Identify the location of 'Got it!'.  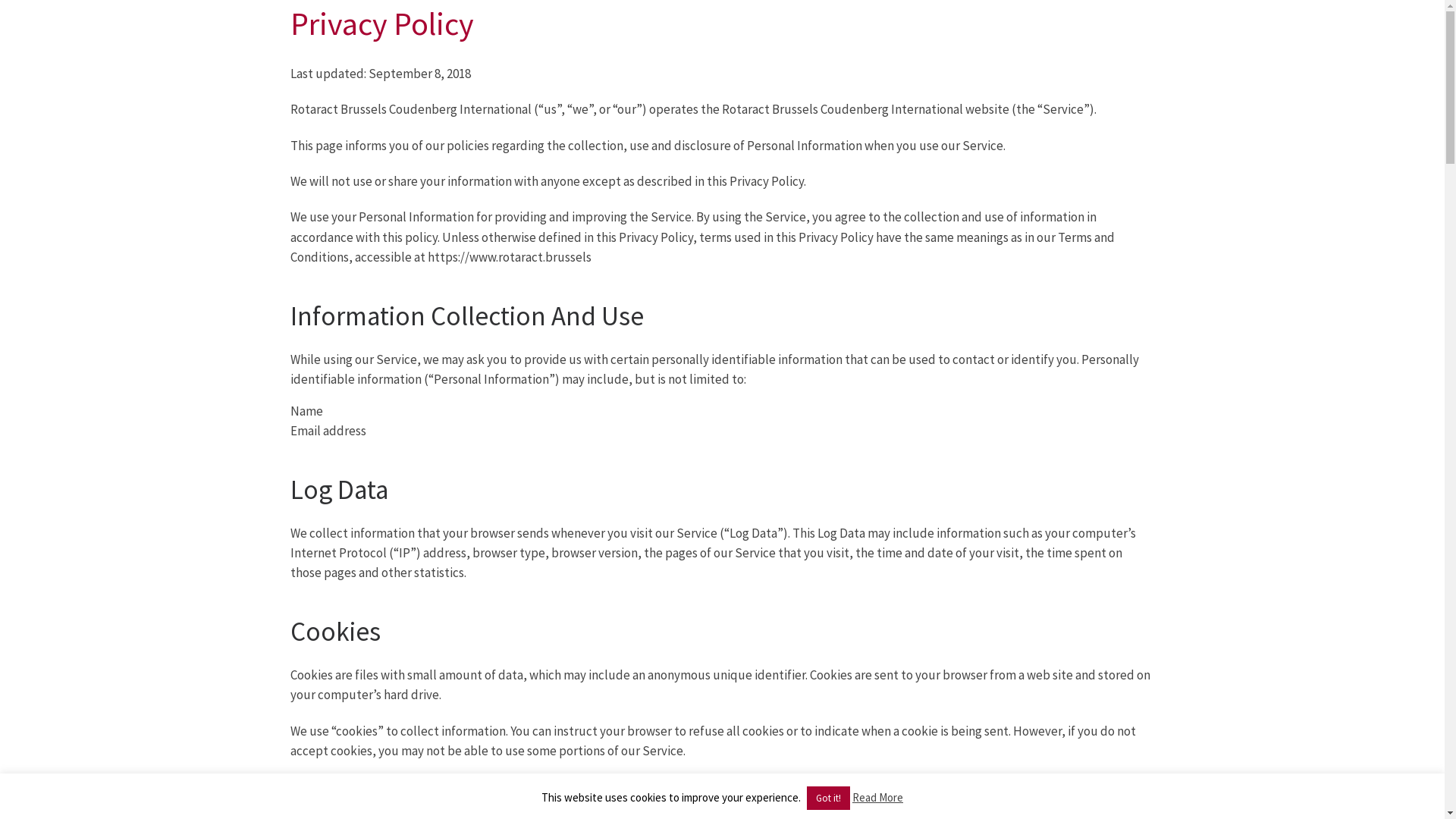
(806, 797).